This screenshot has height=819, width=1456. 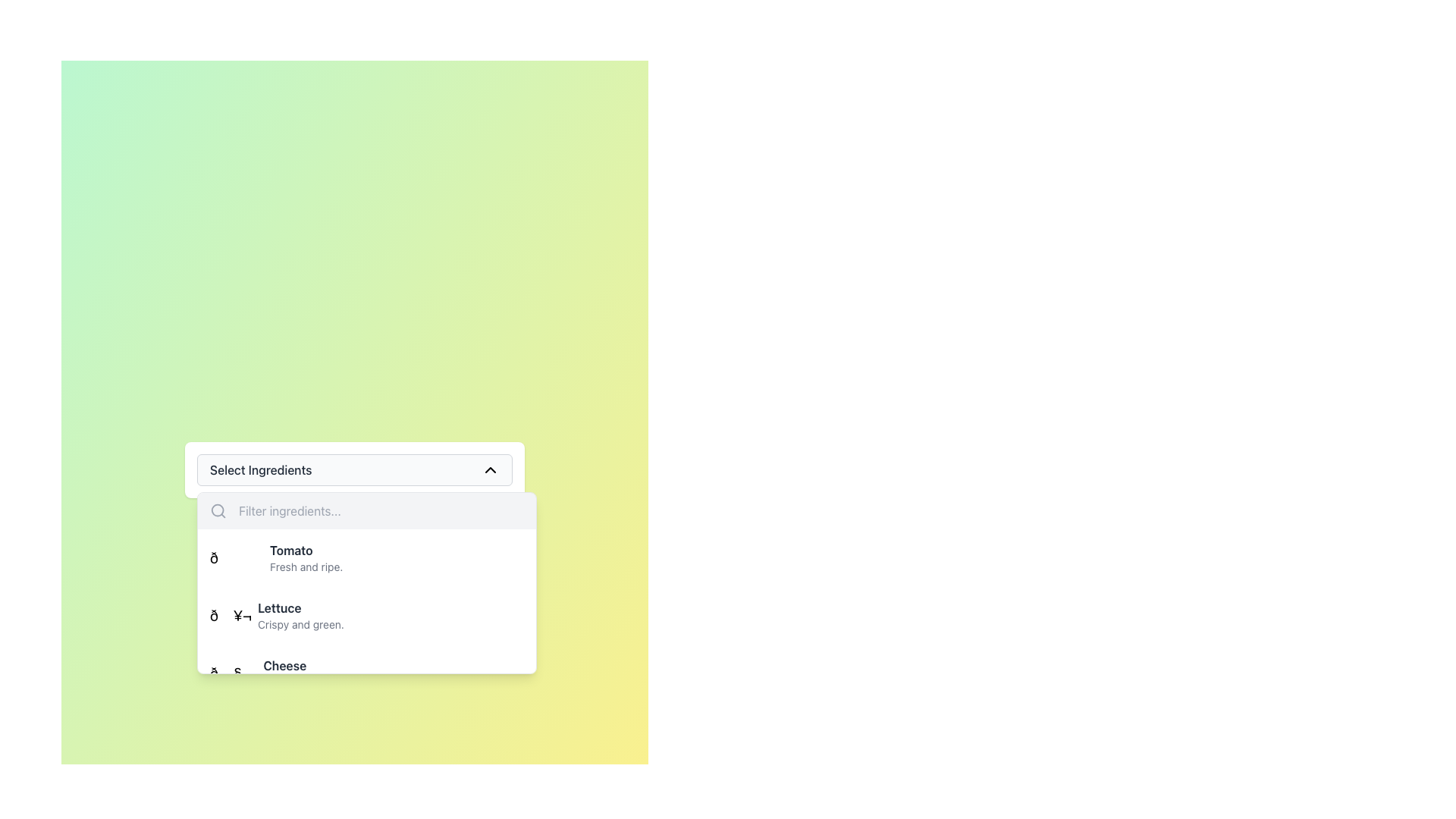 I want to click on the 'Tomato' text label, which serves as the title for an ingredient item within the dropdown list, so click(x=306, y=550).